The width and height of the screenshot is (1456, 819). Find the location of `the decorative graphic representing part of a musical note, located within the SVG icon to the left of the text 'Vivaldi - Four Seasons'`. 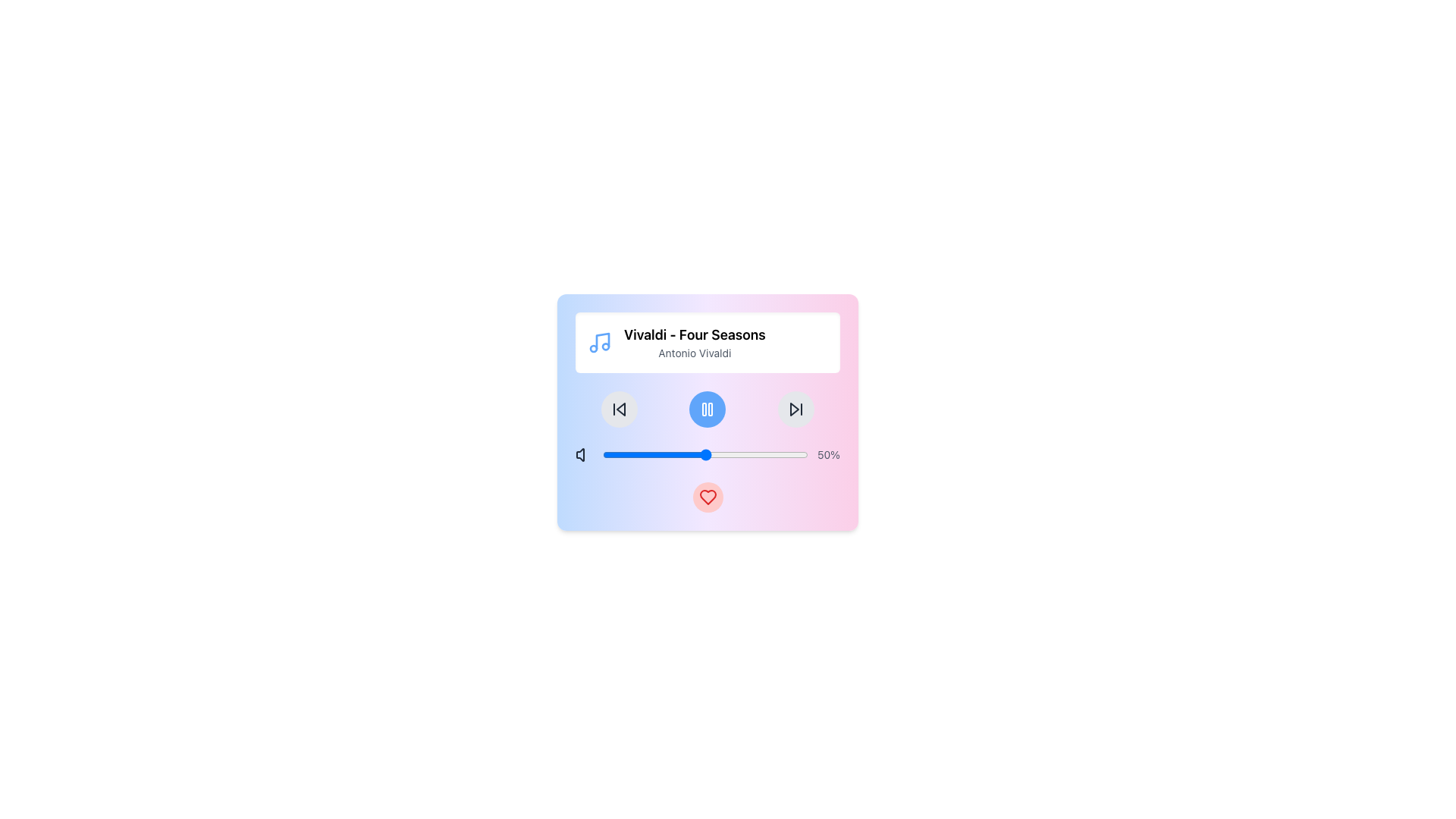

the decorative graphic representing part of a musical note, located within the SVG icon to the left of the text 'Vivaldi - Four Seasons' is located at coordinates (602, 341).